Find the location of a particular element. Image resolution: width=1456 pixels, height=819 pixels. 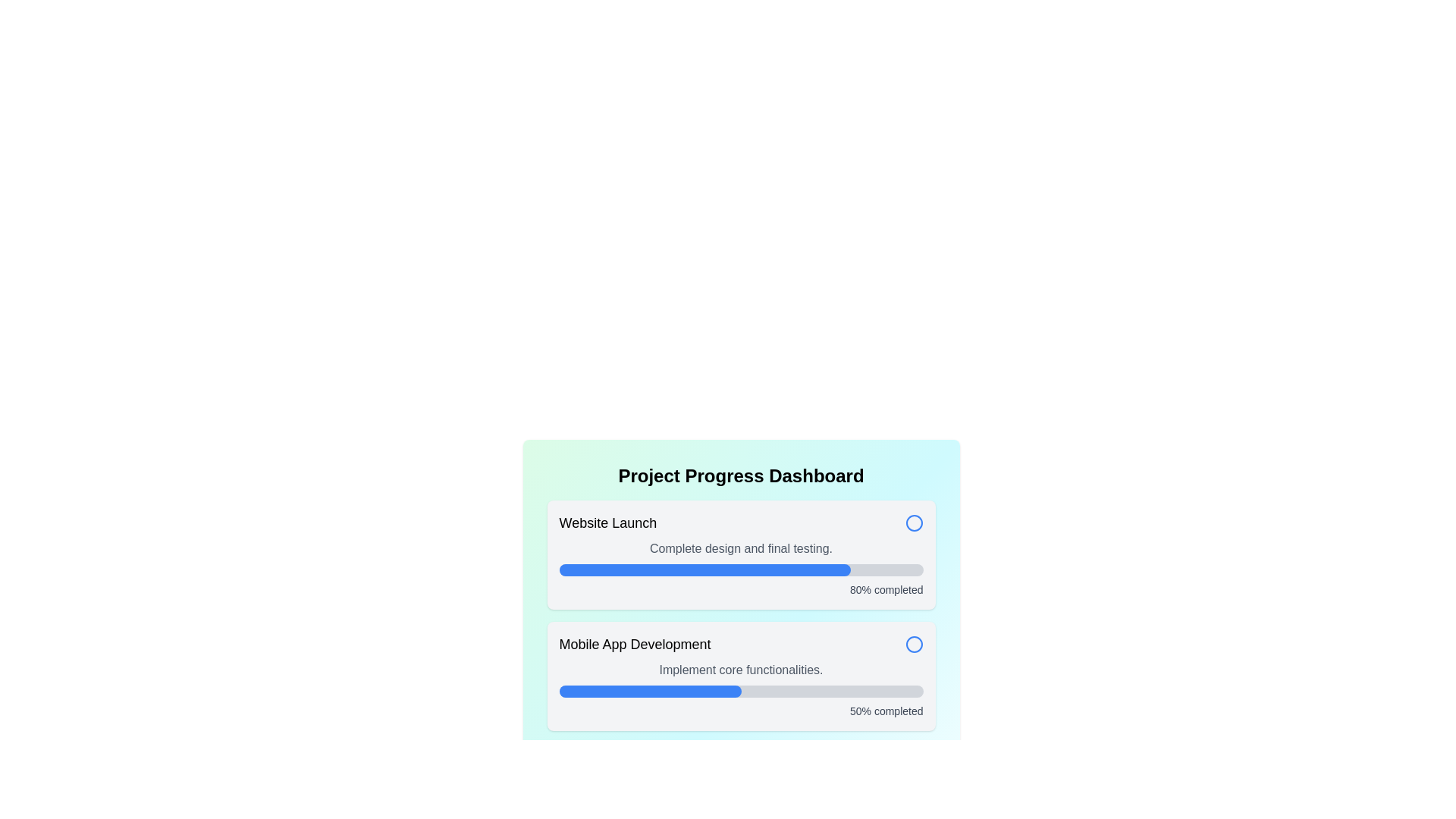

the progress bar segment that visually represents the 50% completion of the 'Mobile App Development' process is located at coordinates (650, 691).